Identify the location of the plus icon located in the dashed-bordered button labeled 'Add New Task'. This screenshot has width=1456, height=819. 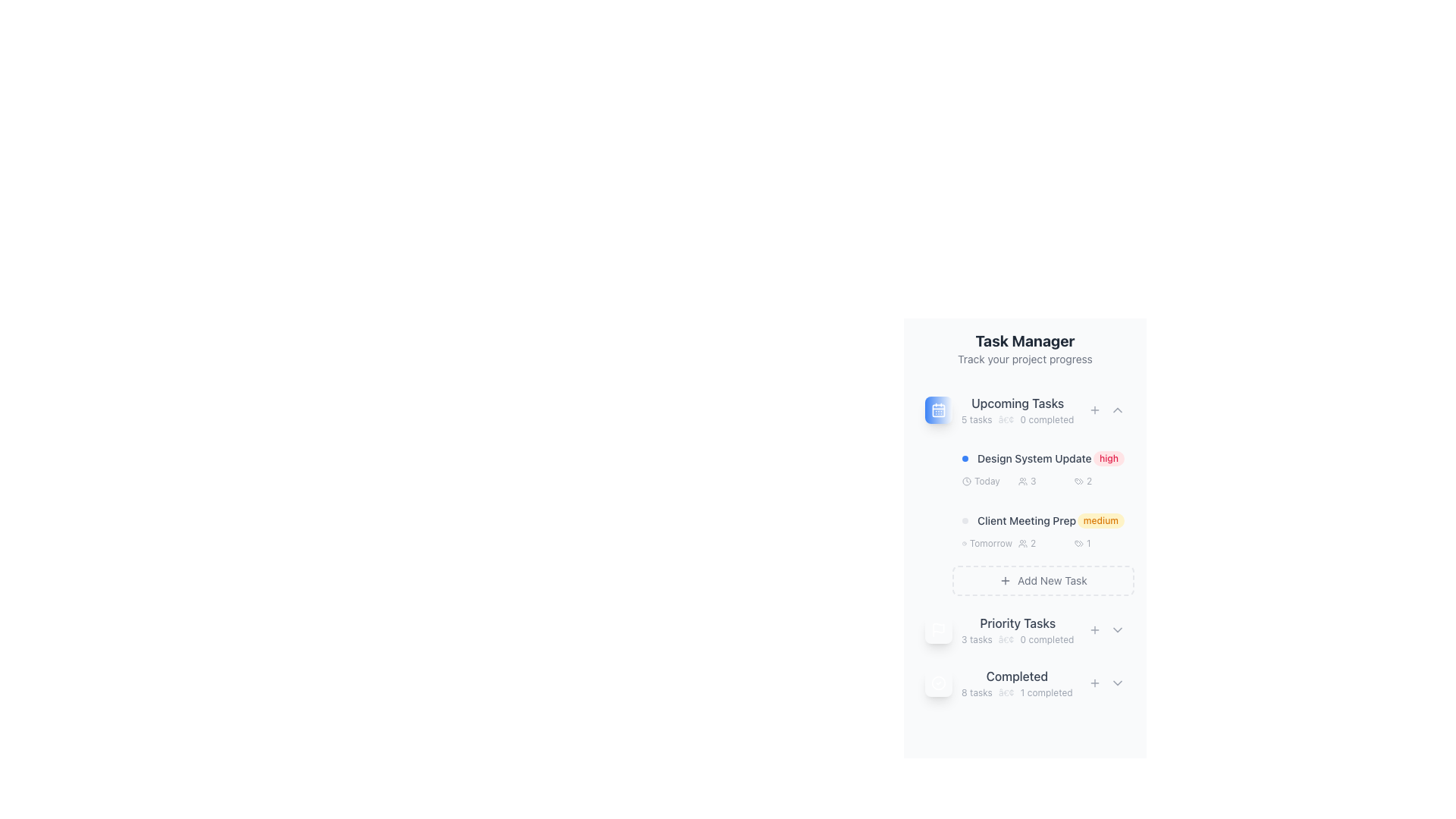
(1006, 580).